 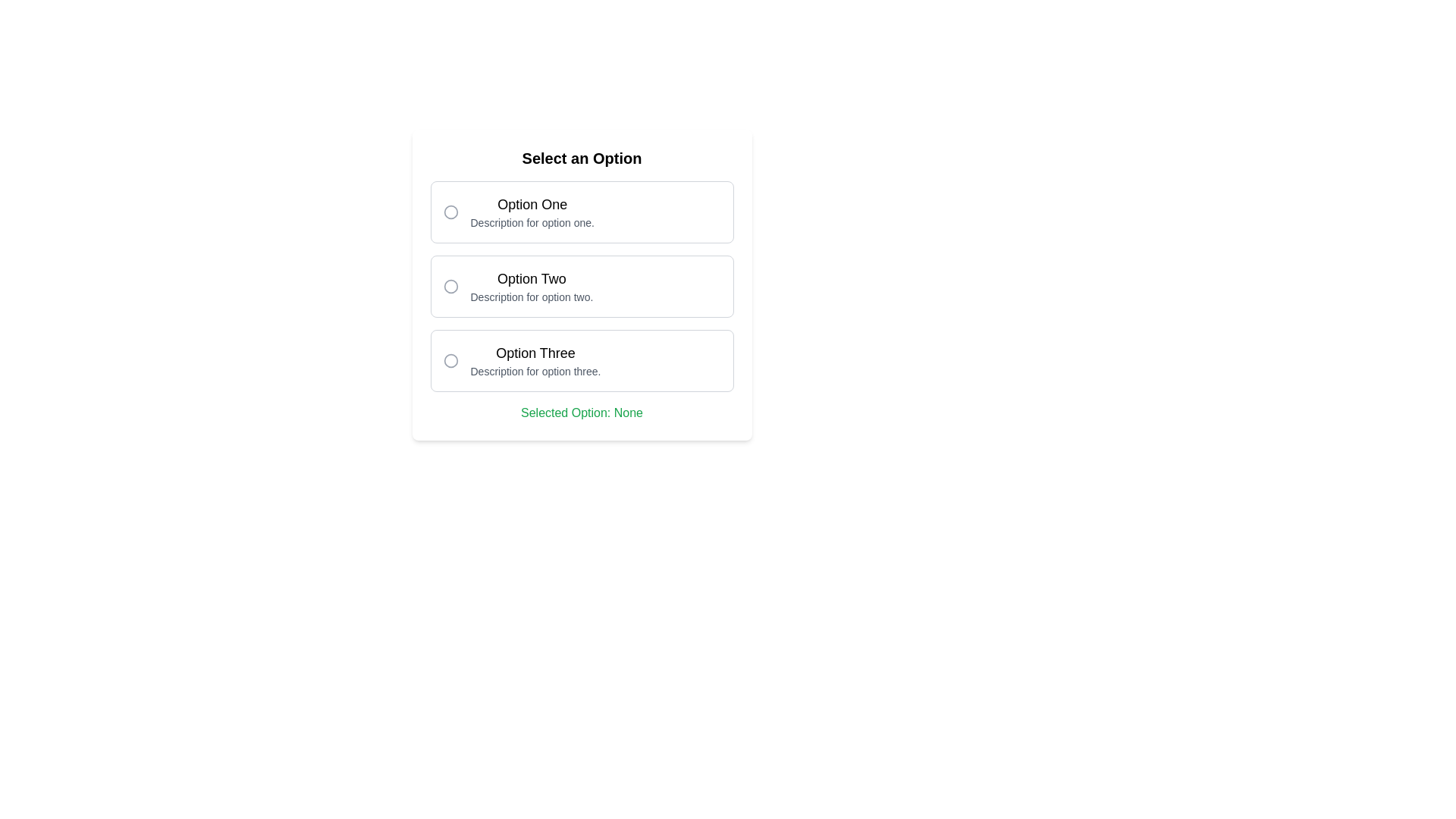 I want to click on the second selectable option, so click(x=581, y=287).